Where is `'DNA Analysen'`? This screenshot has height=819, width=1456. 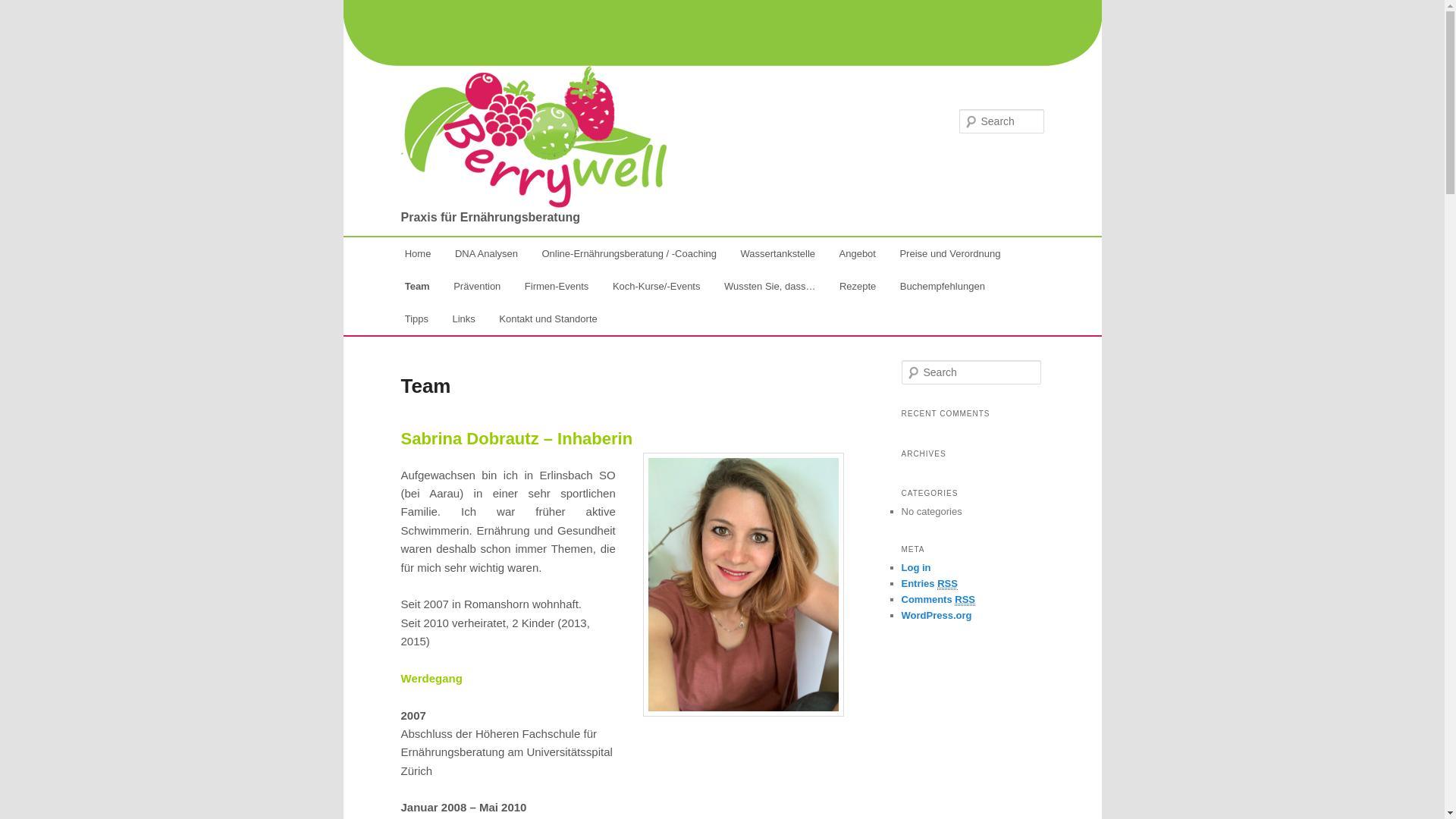 'DNA Analysen' is located at coordinates (486, 252).